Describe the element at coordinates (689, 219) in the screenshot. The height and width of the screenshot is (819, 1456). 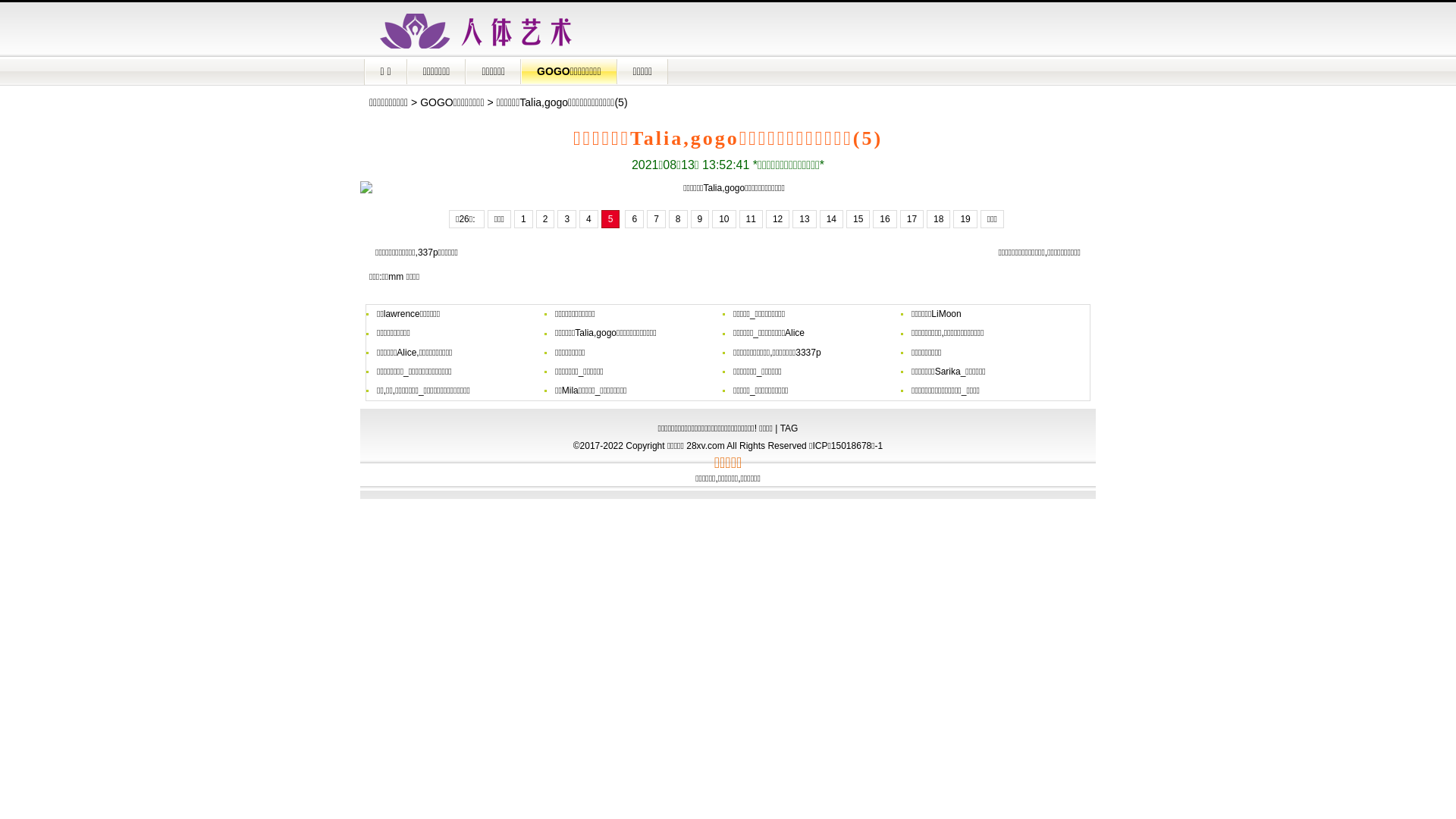
I see `'9'` at that location.